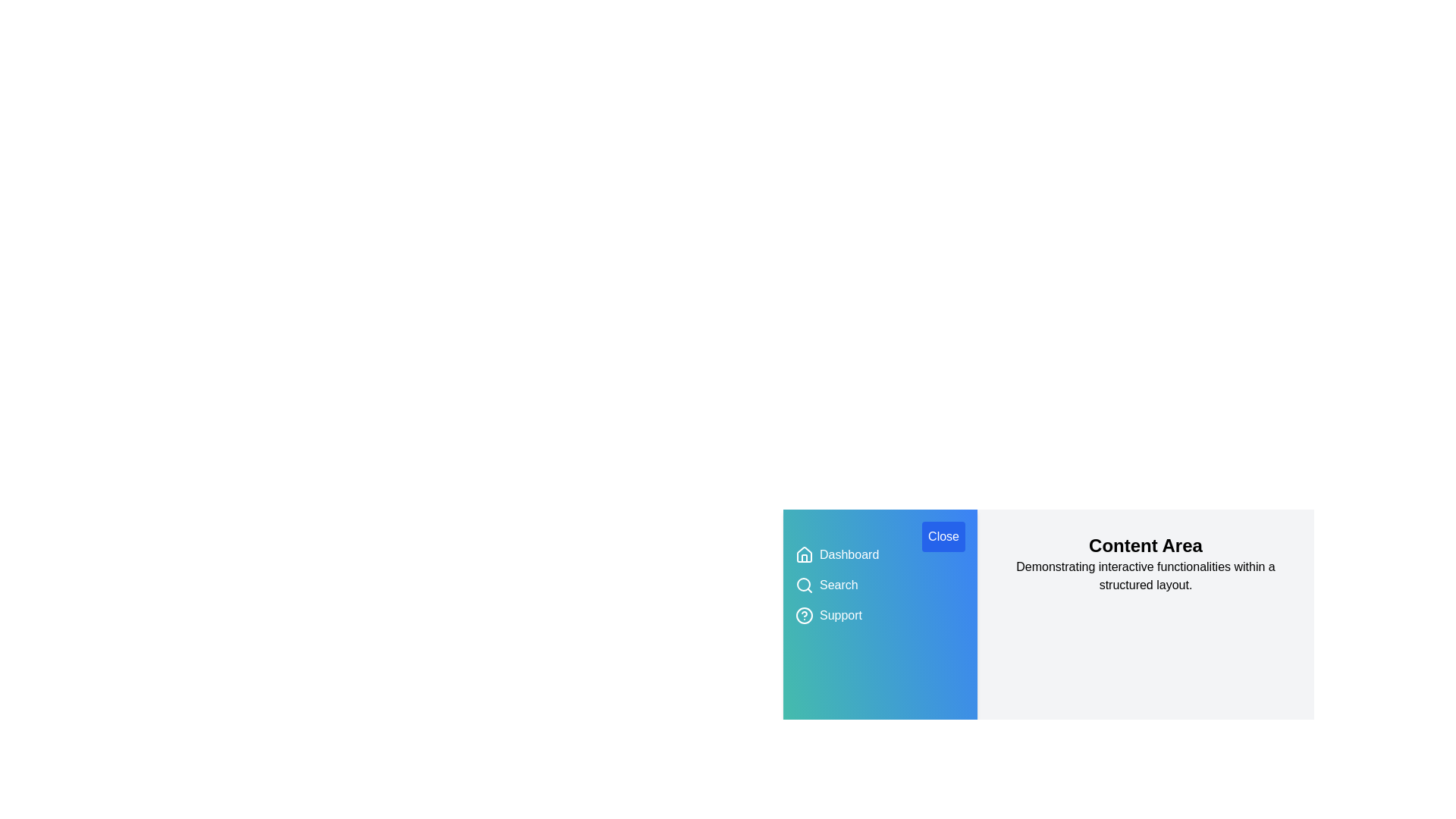 Image resolution: width=1456 pixels, height=819 pixels. Describe the element at coordinates (837, 584) in the screenshot. I see `the menu item Search to activate its action` at that location.